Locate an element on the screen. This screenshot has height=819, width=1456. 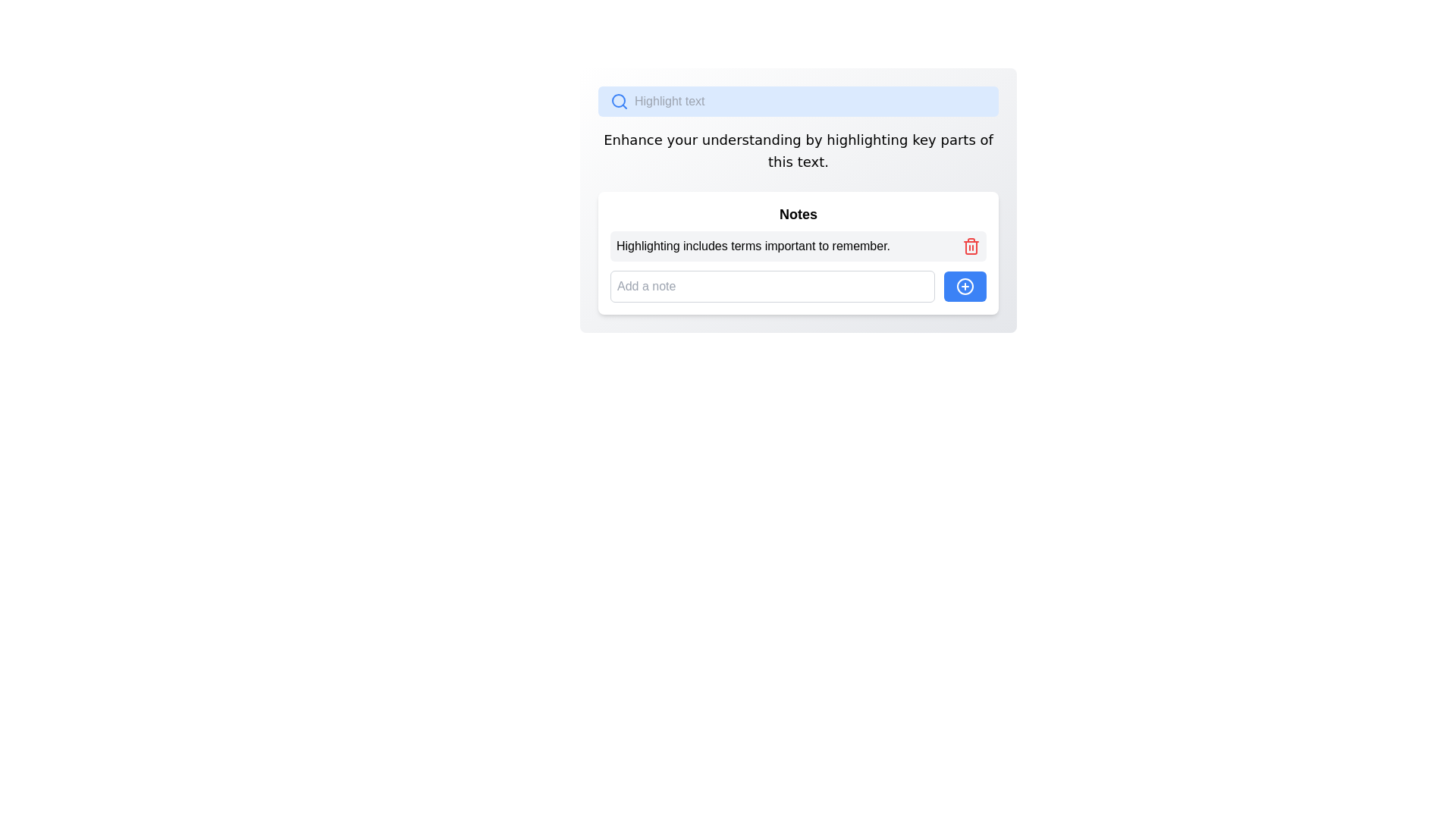
the lowercase letter 'n' in the word 'highlighting' within the instruction text that says 'Enhance your understanding by highlighting key parts of this text.' is located at coordinates (895, 140).